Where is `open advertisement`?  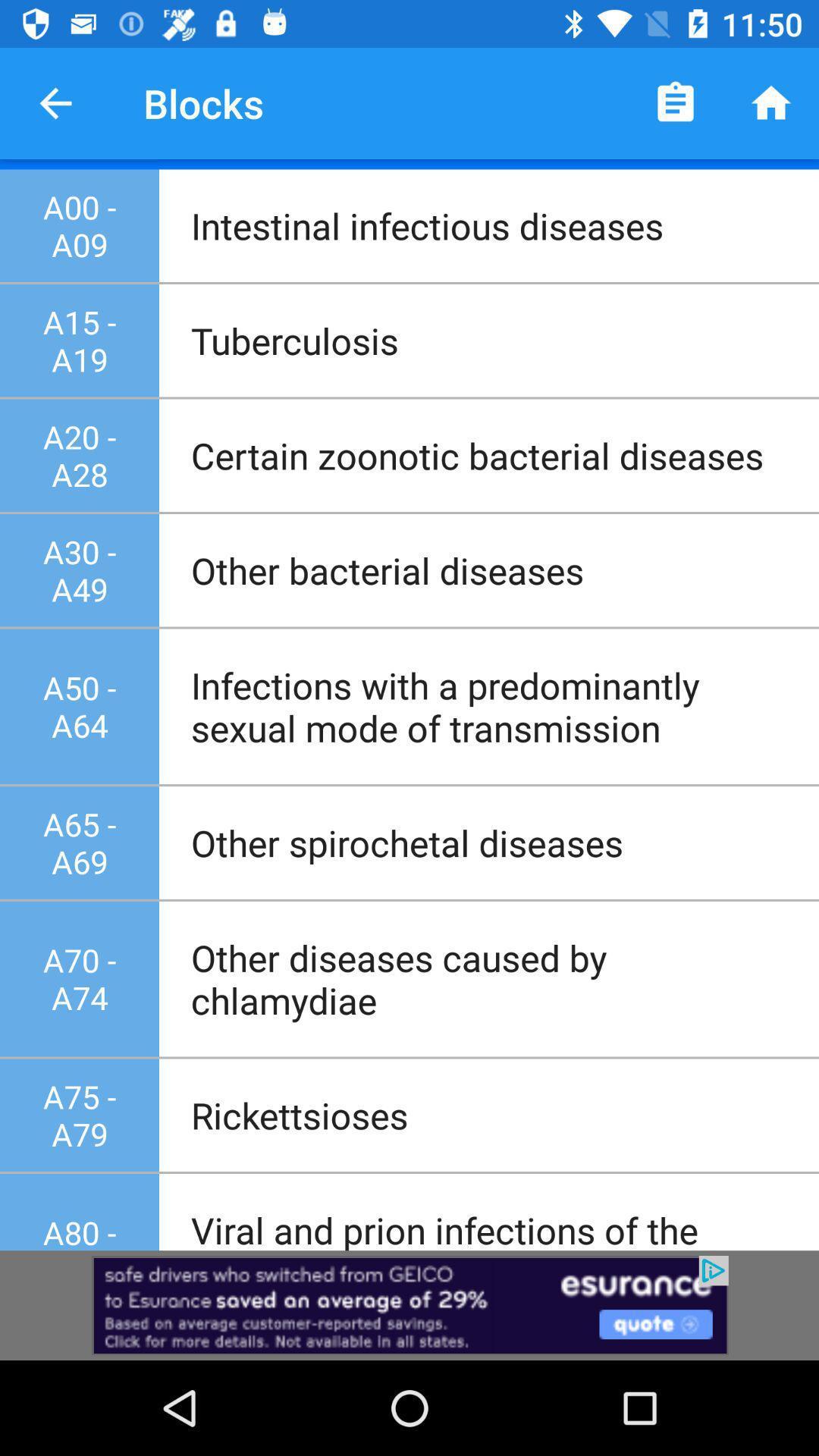 open advertisement is located at coordinates (409, 1304).